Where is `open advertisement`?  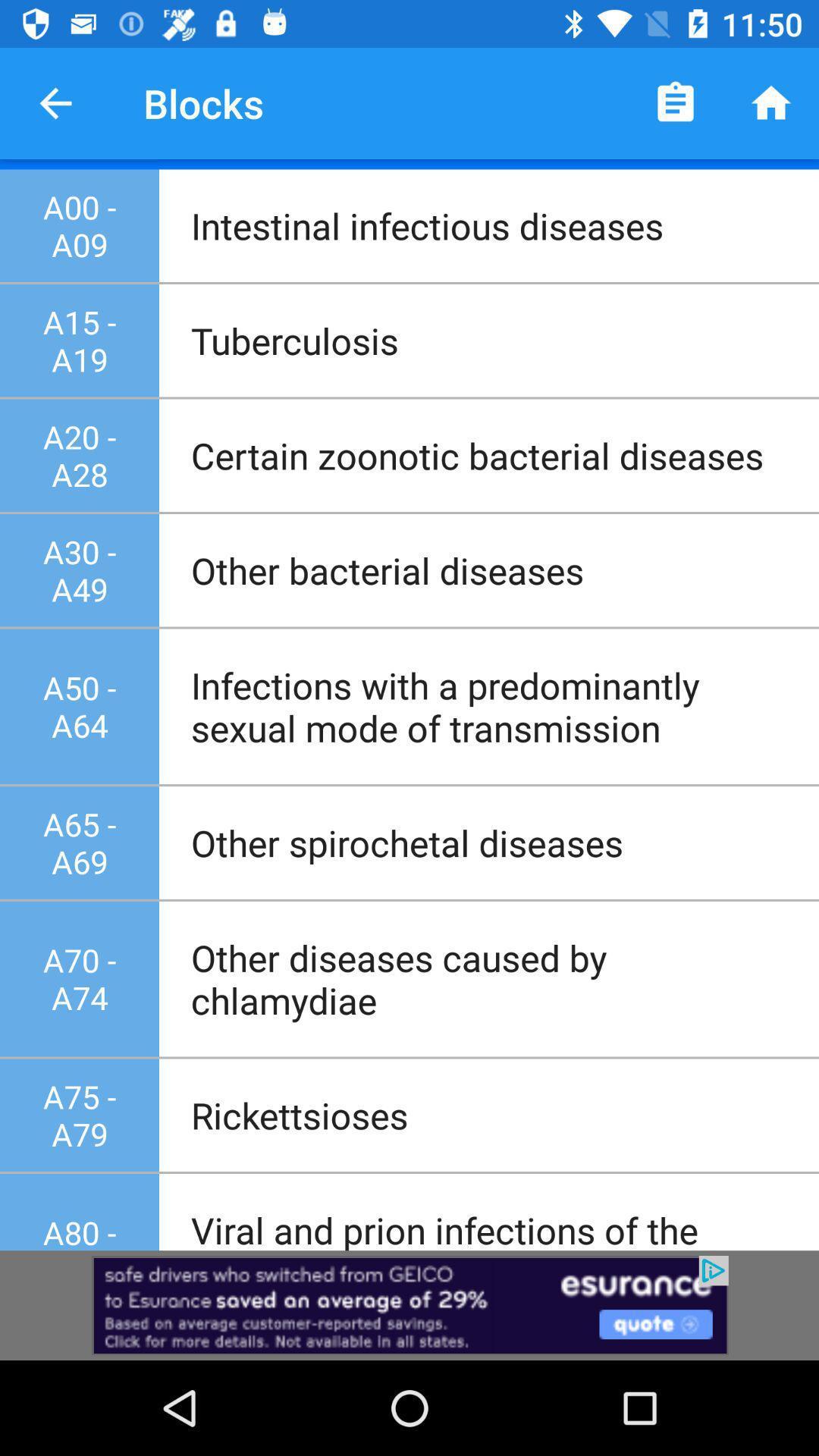 open advertisement is located at coordinates (409, 1304).